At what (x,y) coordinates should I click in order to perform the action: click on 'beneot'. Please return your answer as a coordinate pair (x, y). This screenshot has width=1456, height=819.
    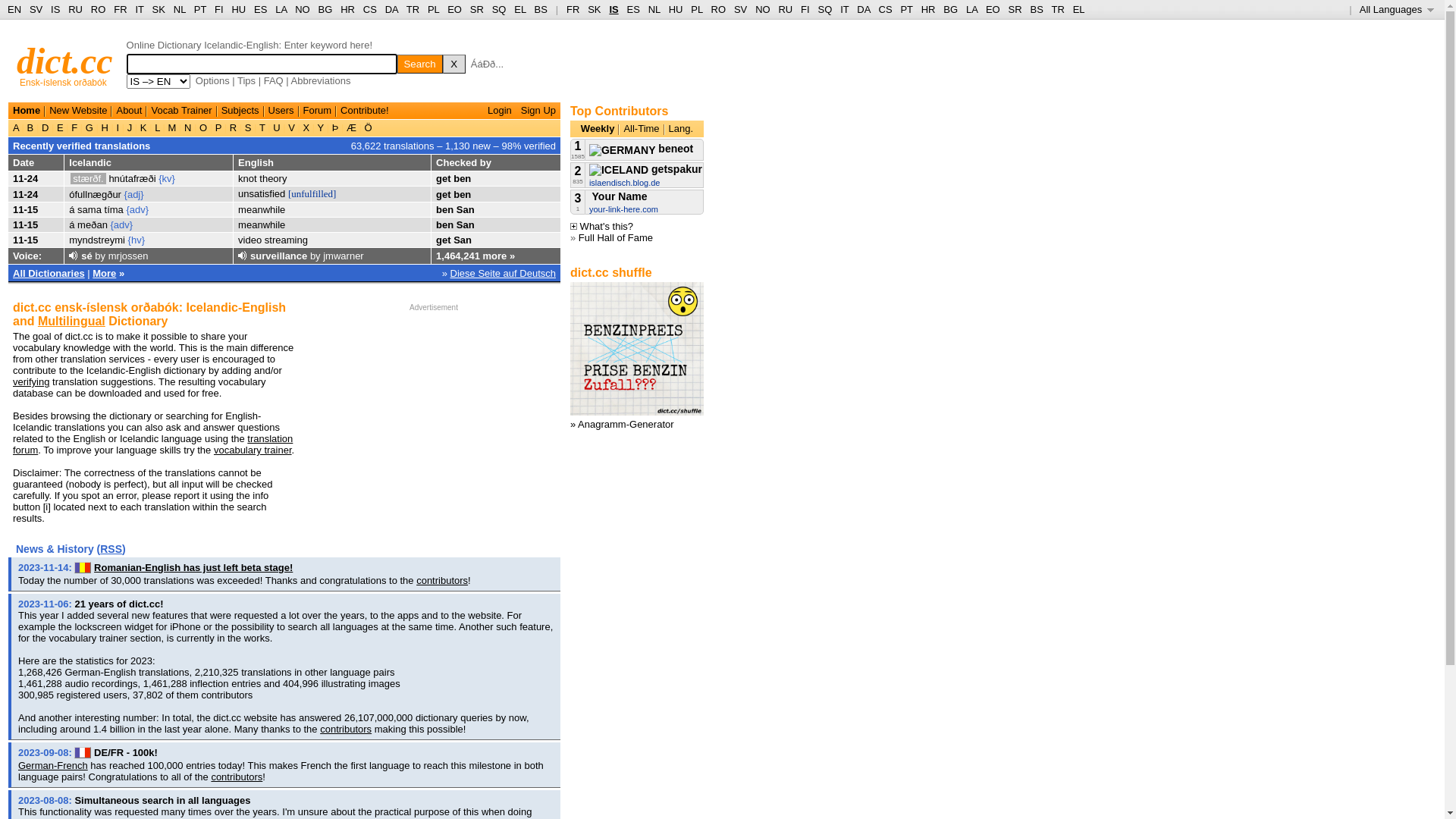
    Looking at the image, I should click on (641, 149).